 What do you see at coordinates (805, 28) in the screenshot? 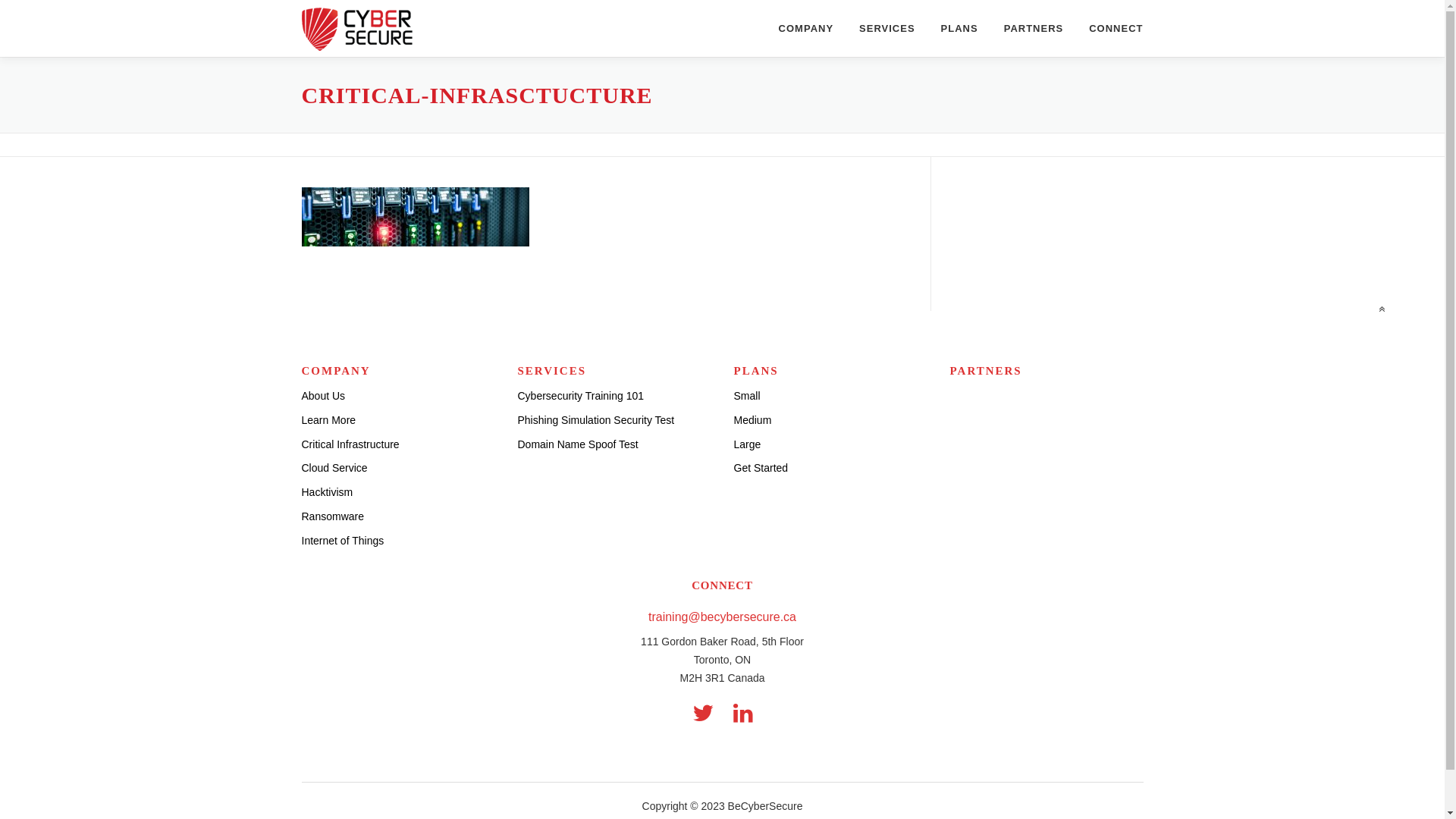
I see `'COMPANY'` at bounding box center [805, 28].